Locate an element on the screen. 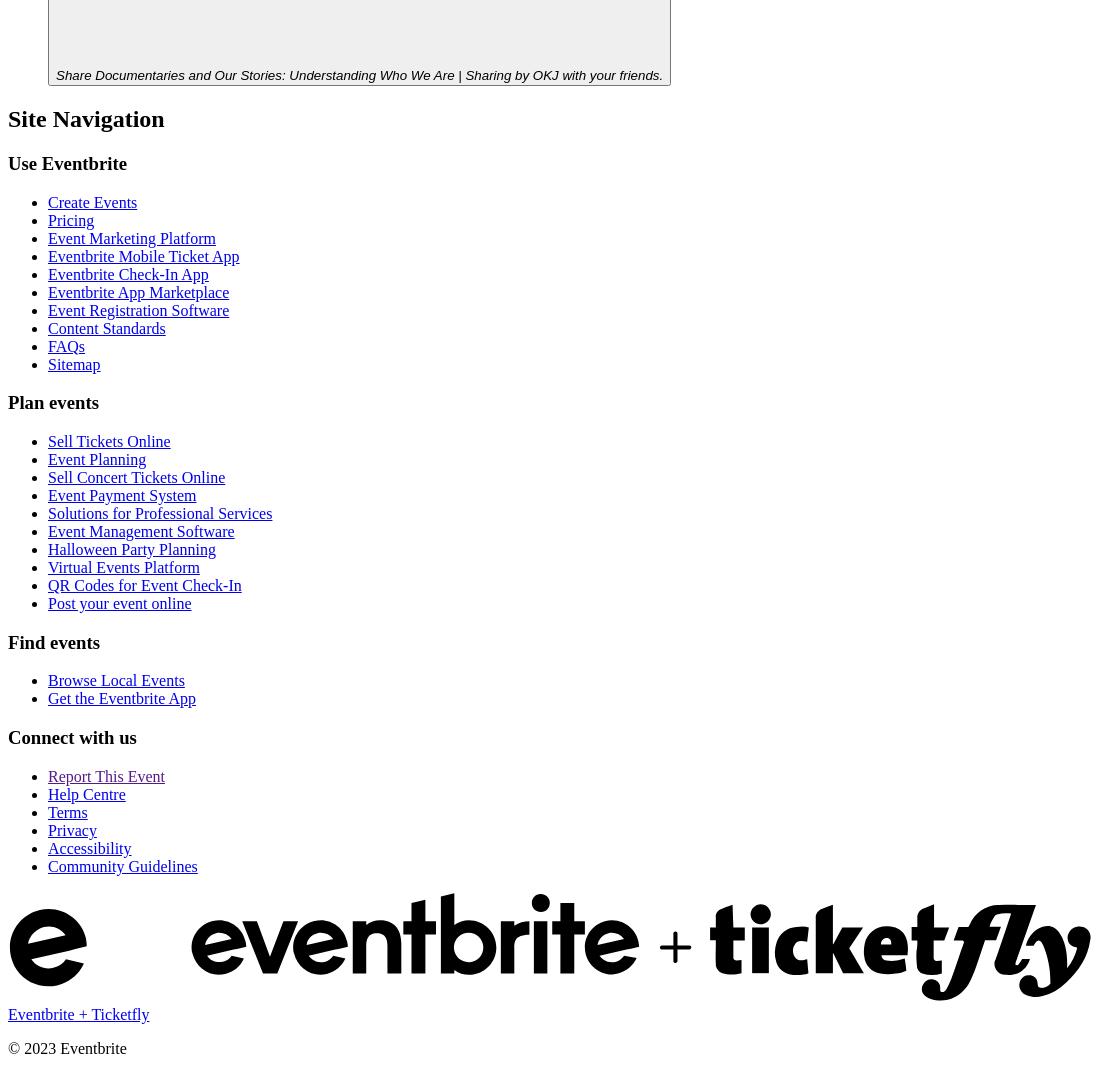 The image size is (1100, 1066). 'Privacy' is located at coordinates (72, 829).